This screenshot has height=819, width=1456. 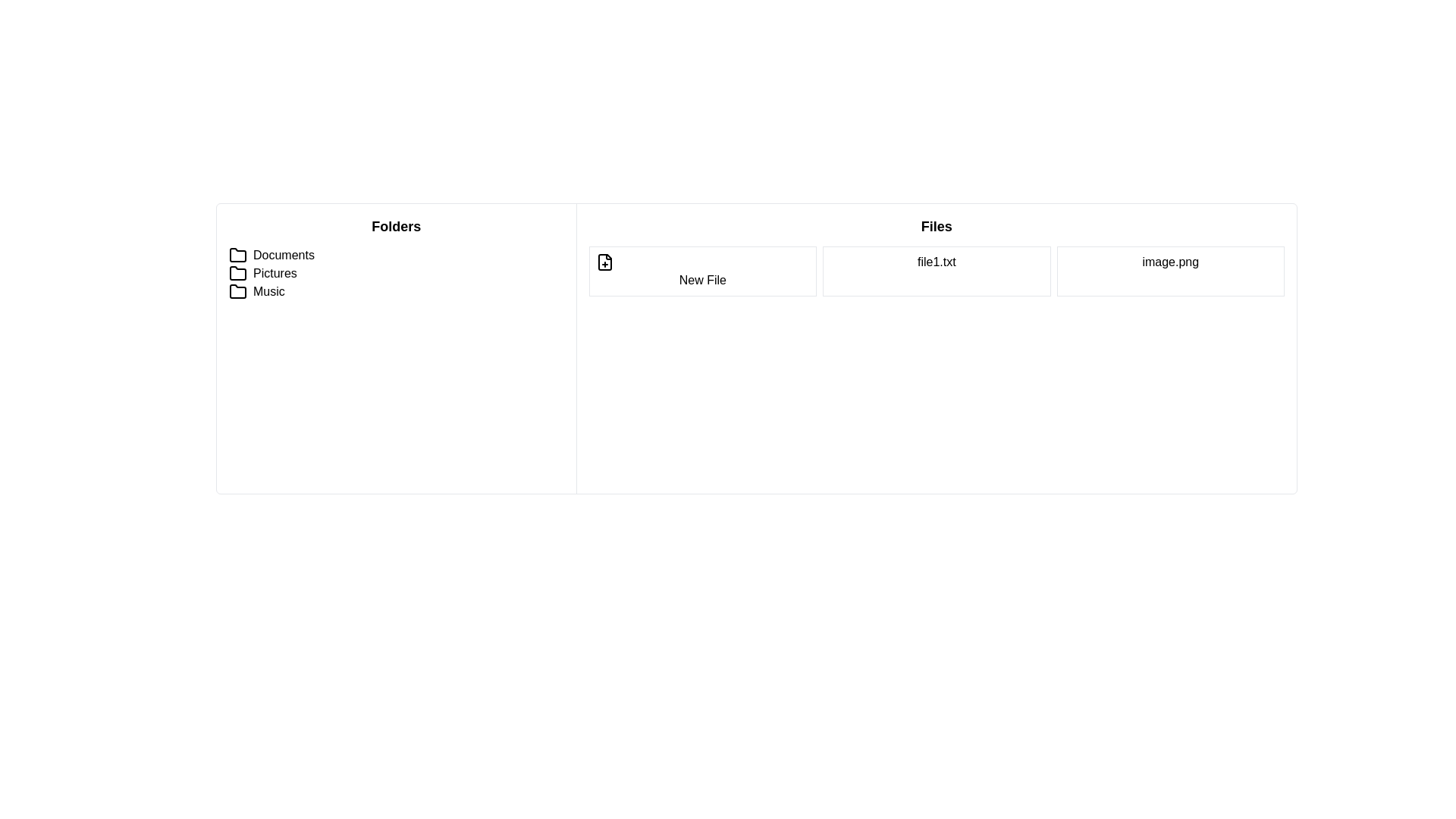 What do you see at coordinates (284, 254) in the screenshot?
I see `the 'Documents' text label in the left panel under the 'Folders' section` at bounding box center [284, 254].